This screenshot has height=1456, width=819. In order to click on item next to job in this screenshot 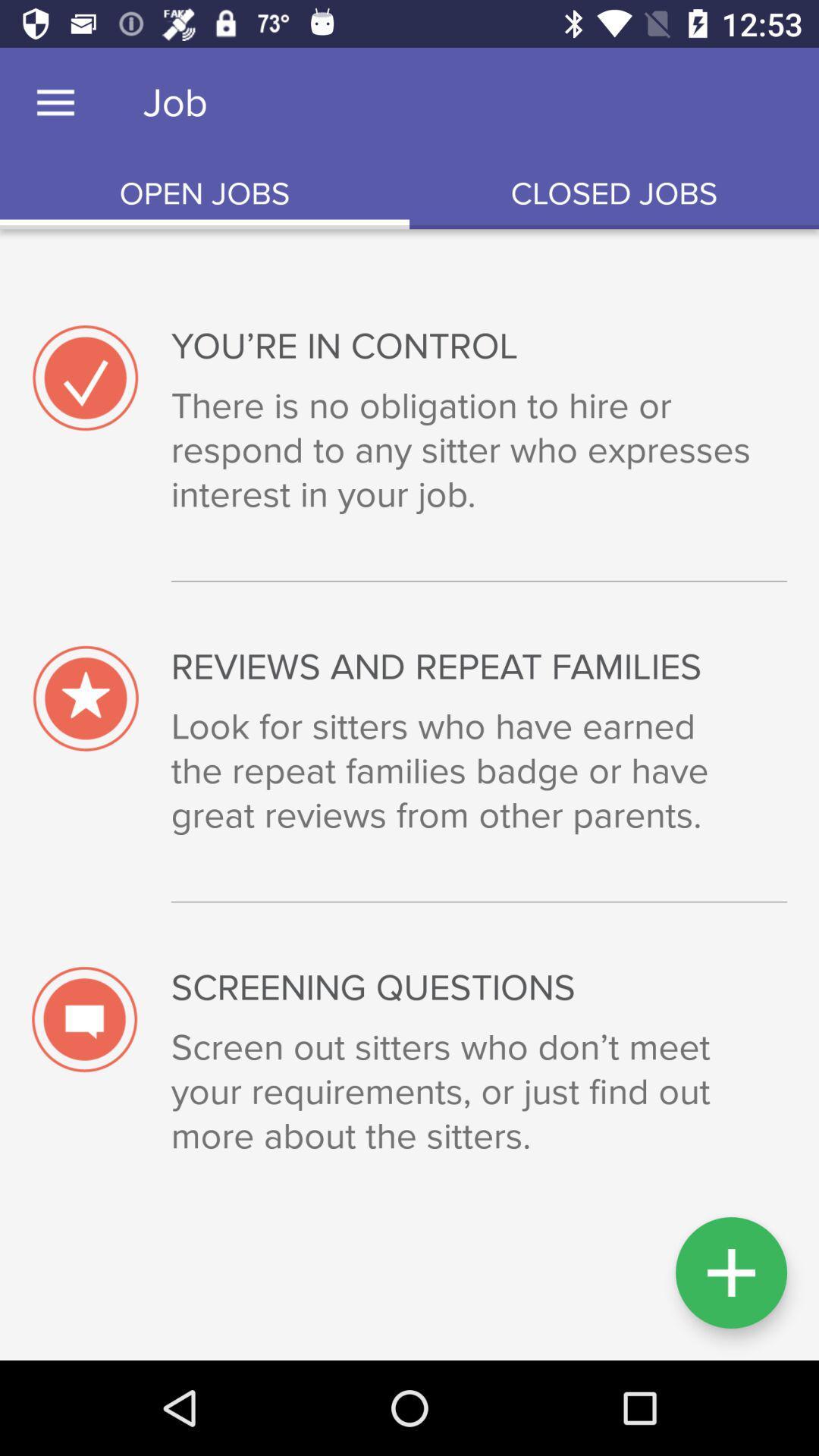, I will do `click(55, 102)`.